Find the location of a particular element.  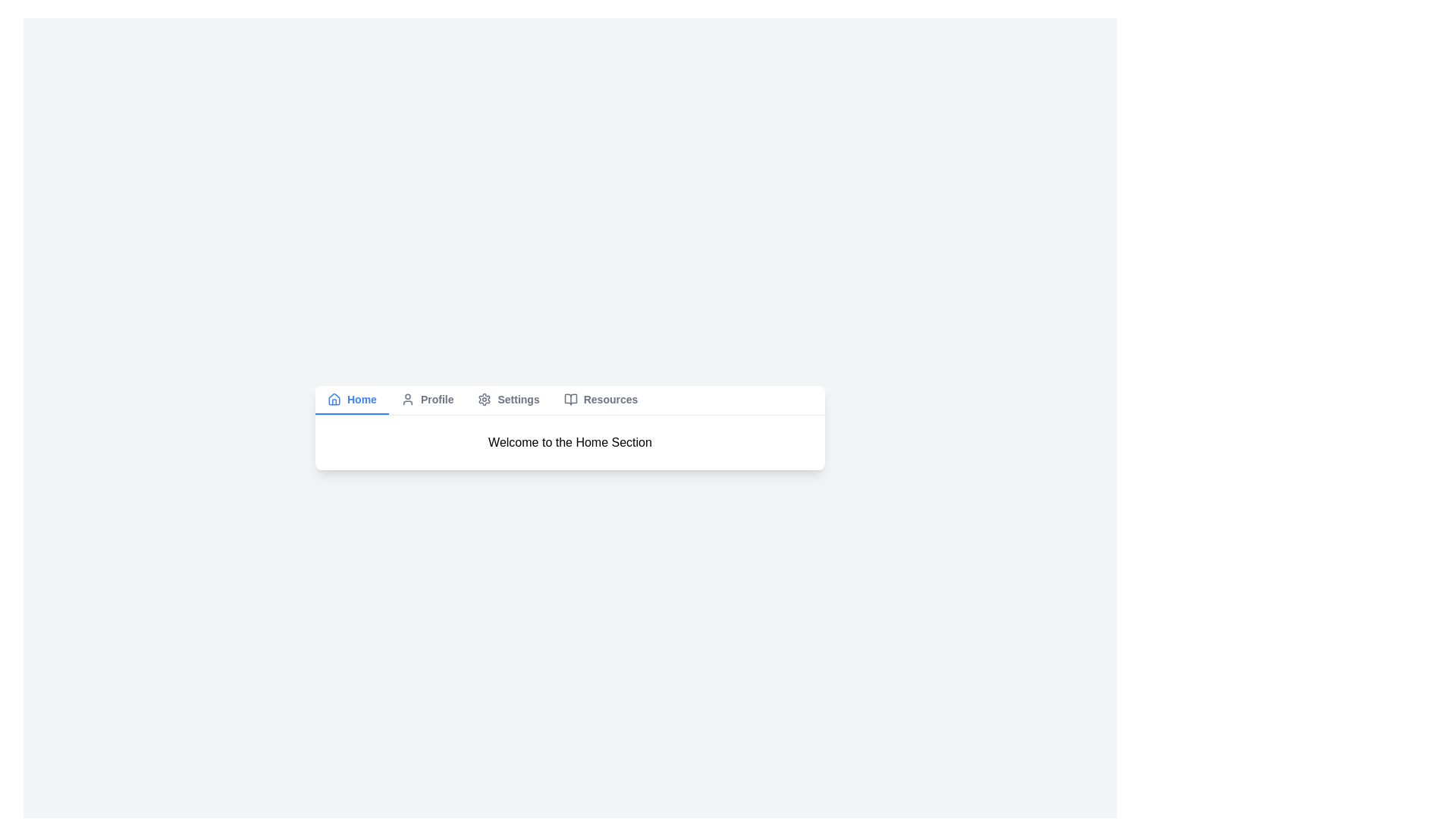

the 'Resources' text label in the navigation bar is located at coordinates (610, 398).